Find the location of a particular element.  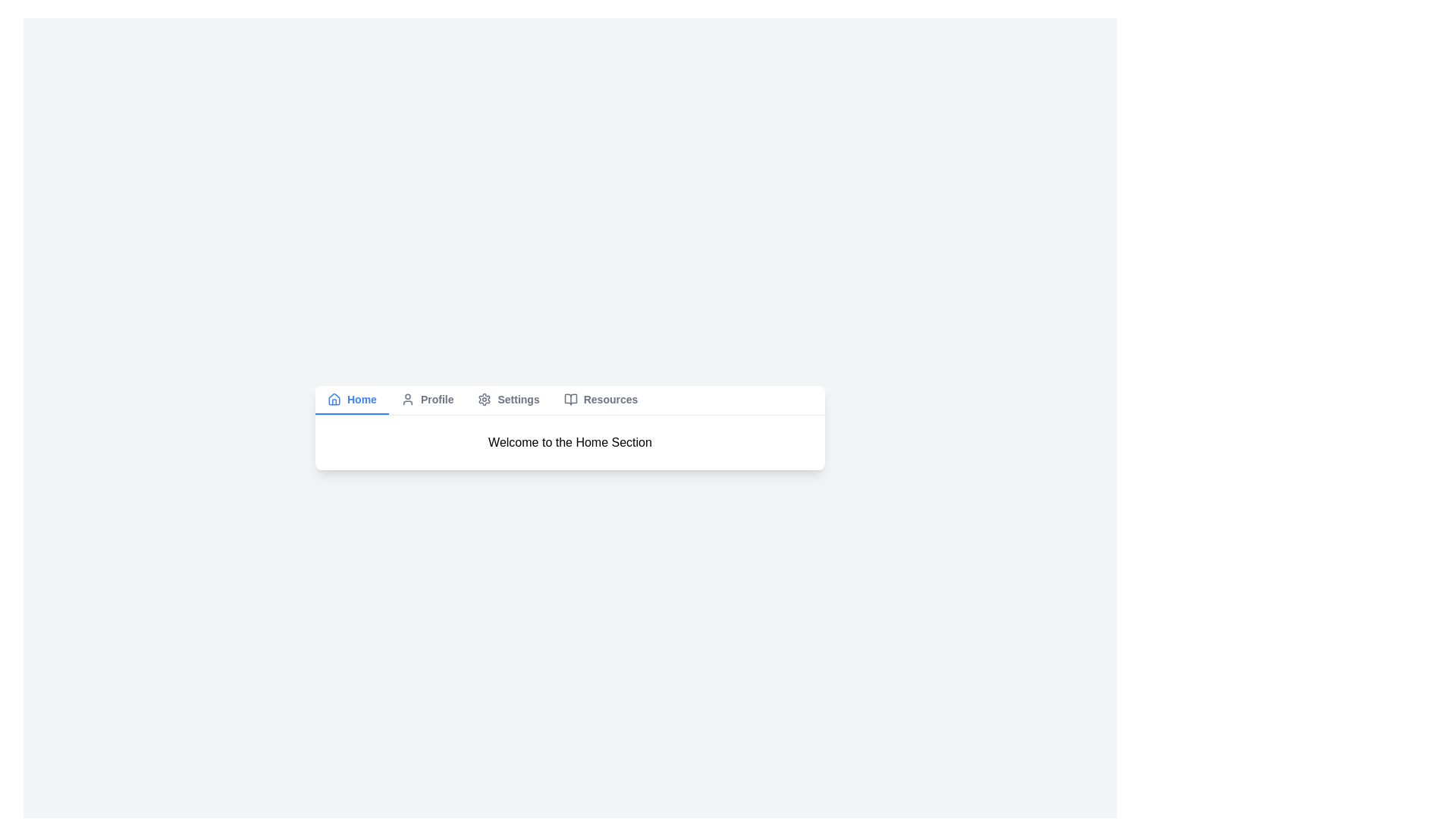

the 'Resources' text label in the navigation bar is located at coordinates (610, 398).